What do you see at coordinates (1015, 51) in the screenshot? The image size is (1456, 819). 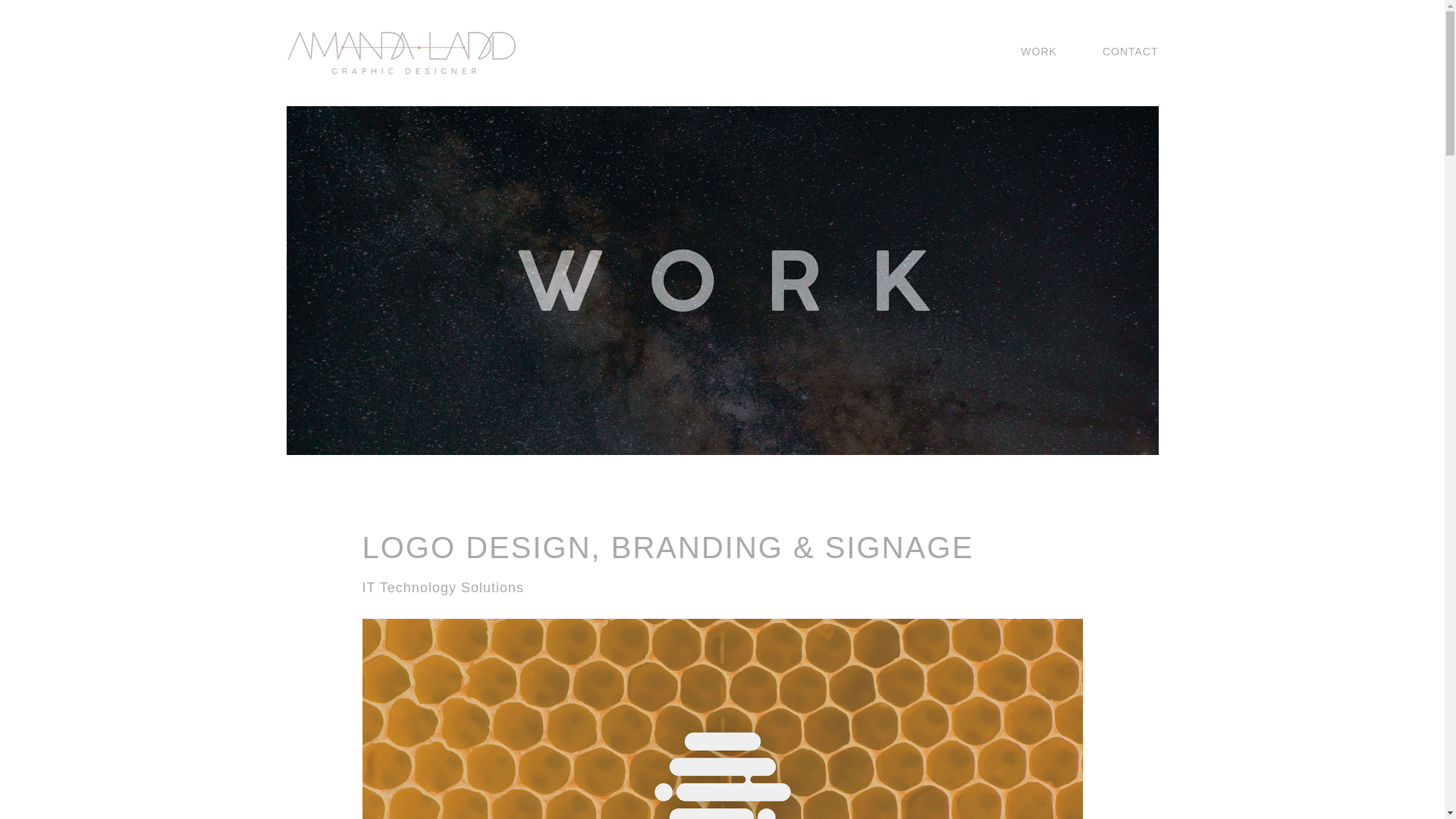 I see `'WORK'` at bounding box center [1015, 51].